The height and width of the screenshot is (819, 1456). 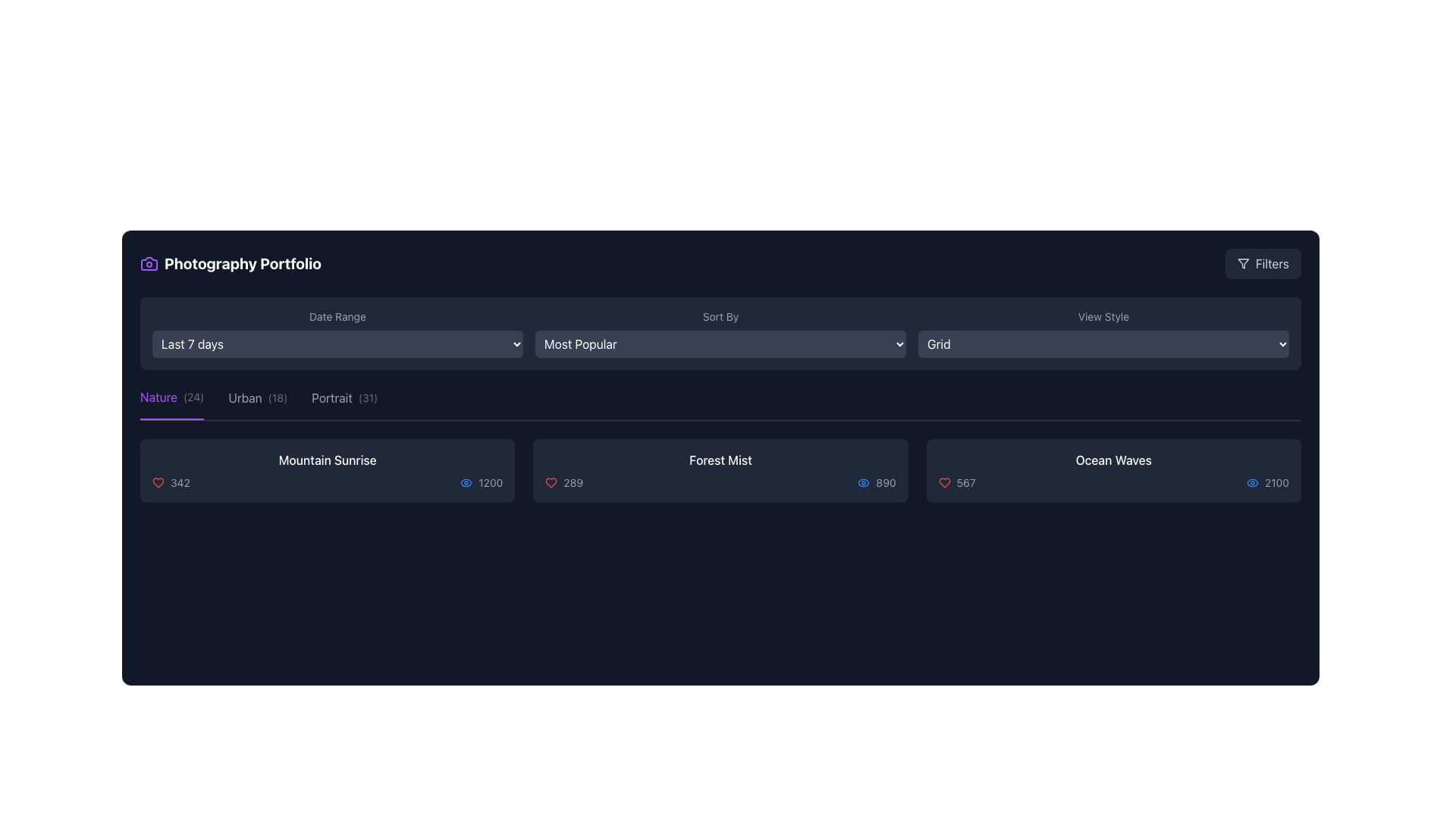 What do you see at coordinates (1103, 332) in the screenshot?
I see `the dropdown menu located in the top-right section below the 'View Style' label` at bounding box center [1103, 332].